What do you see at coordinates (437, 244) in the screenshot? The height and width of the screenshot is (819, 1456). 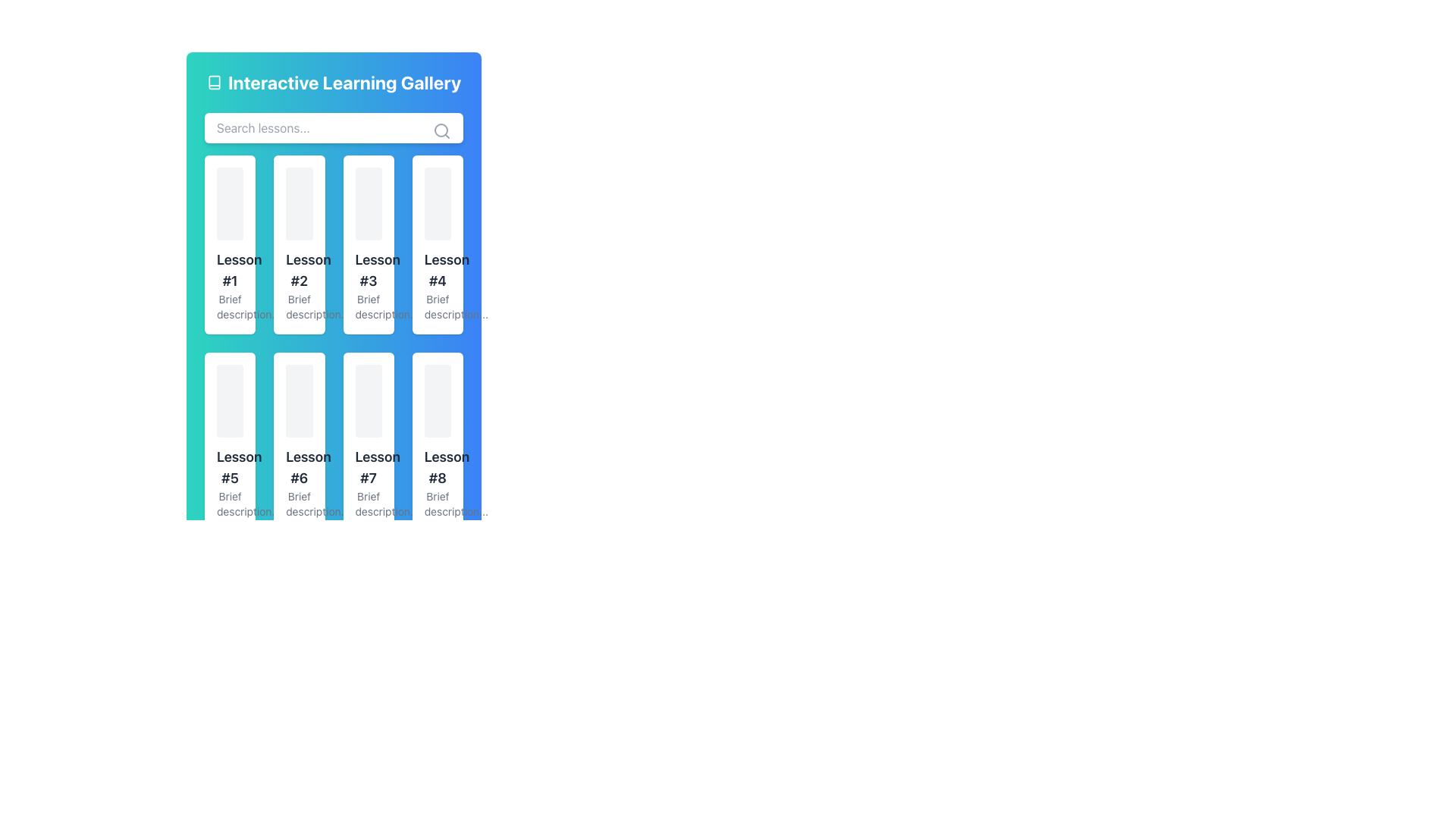 I see `the rectangular card with a white background and rounded corners that displays 'Lesson #4' in bold` at bounding box center [437, 244].